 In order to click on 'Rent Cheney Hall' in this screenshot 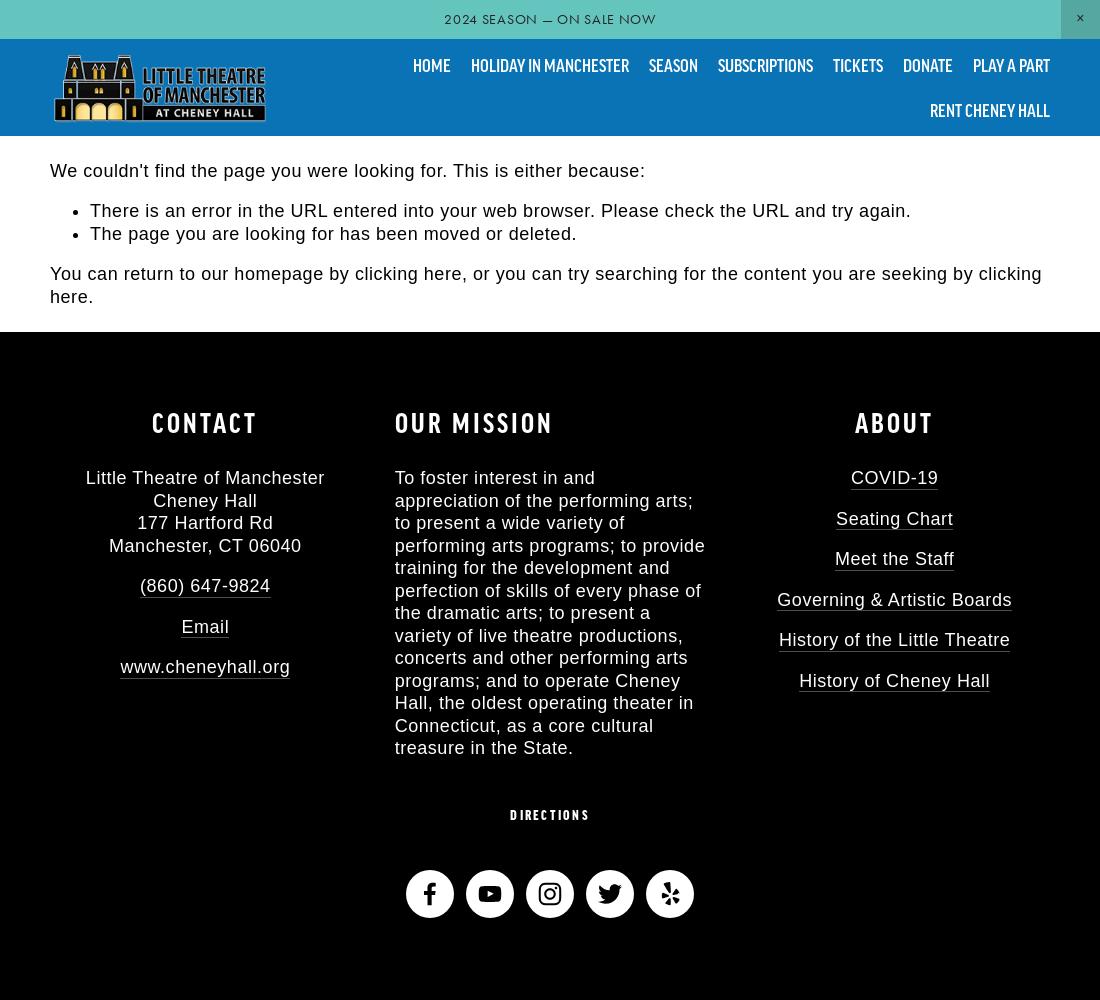, I will do `click(989, 108)`.